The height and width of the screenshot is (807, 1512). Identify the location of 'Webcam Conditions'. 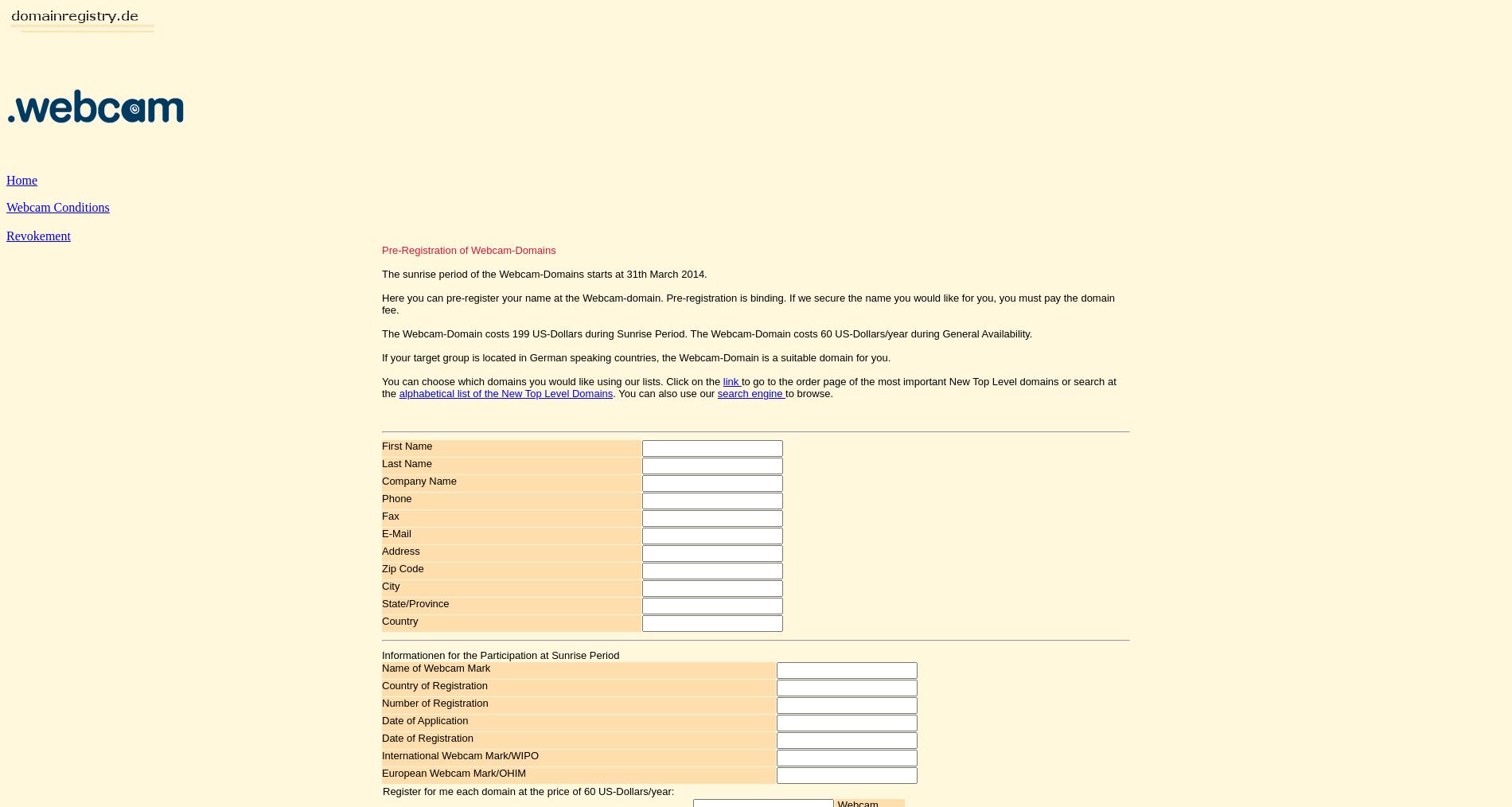
(57, 207).